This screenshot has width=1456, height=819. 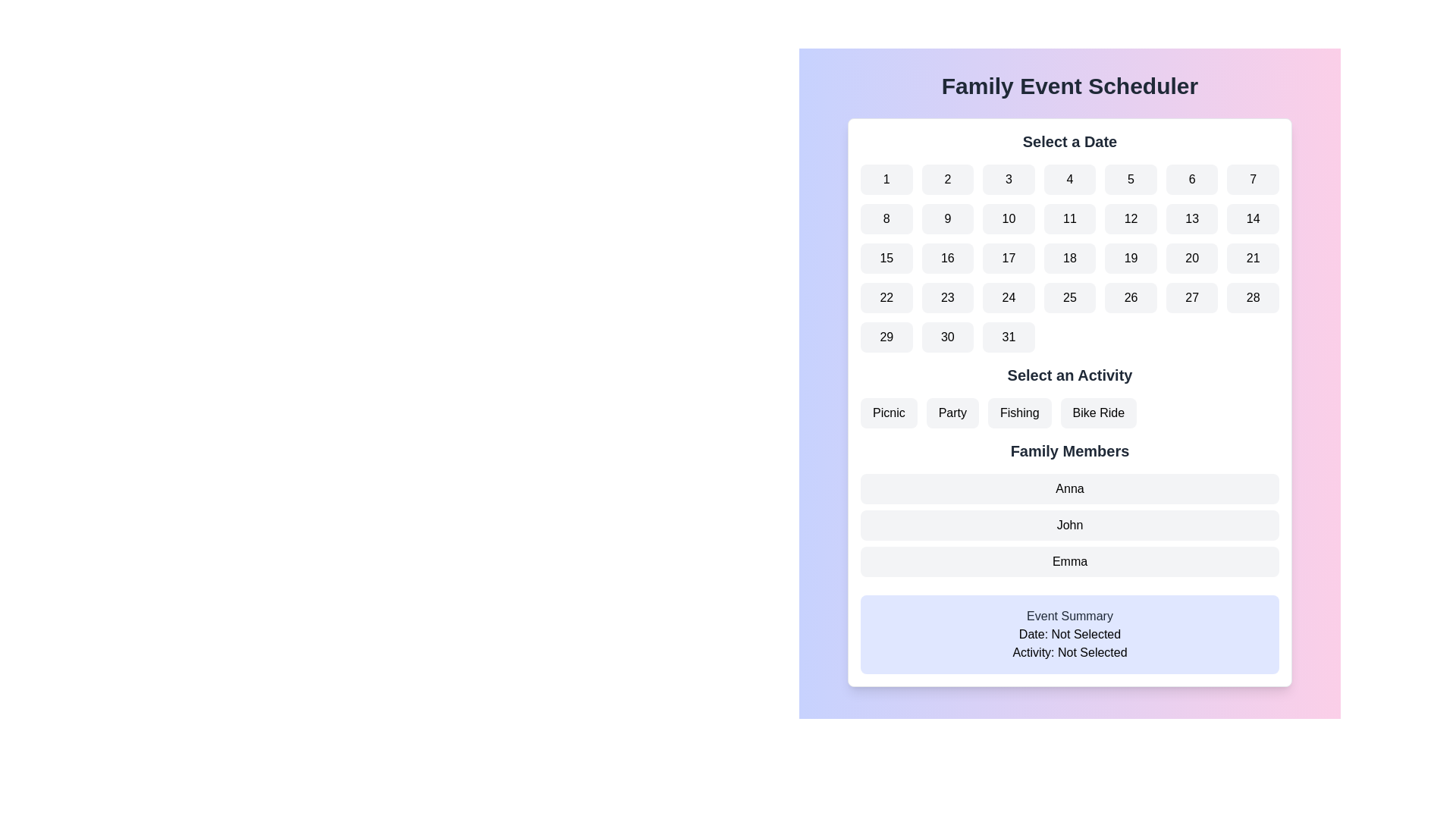 What do you see at coordinates (946, 336) in the screenshot?
I see `the 30th day button in the calendar layout` at bounding box center [946, 336].